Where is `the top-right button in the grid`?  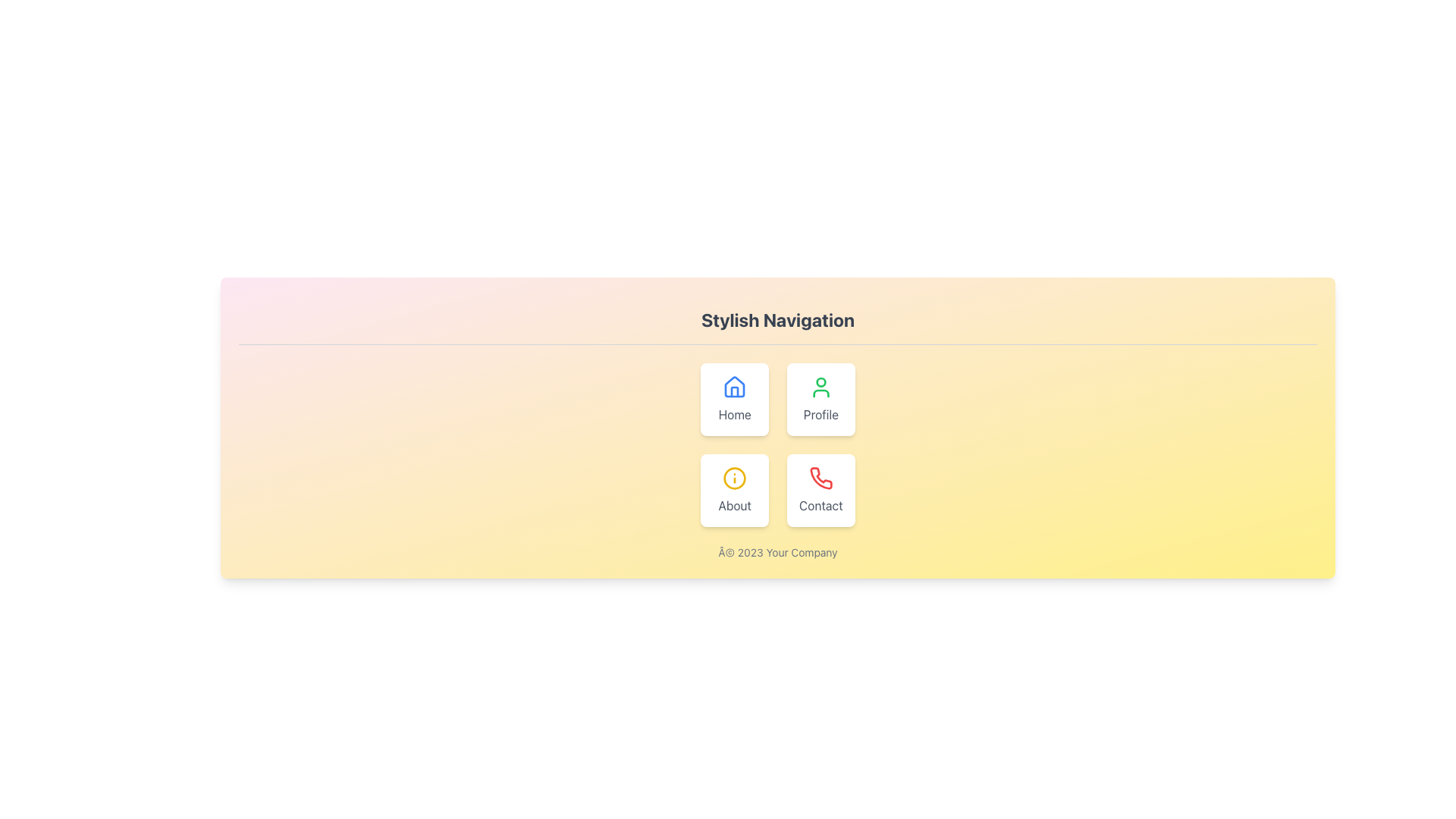
the top-right button in the grid is located at coordinates (820, 399).